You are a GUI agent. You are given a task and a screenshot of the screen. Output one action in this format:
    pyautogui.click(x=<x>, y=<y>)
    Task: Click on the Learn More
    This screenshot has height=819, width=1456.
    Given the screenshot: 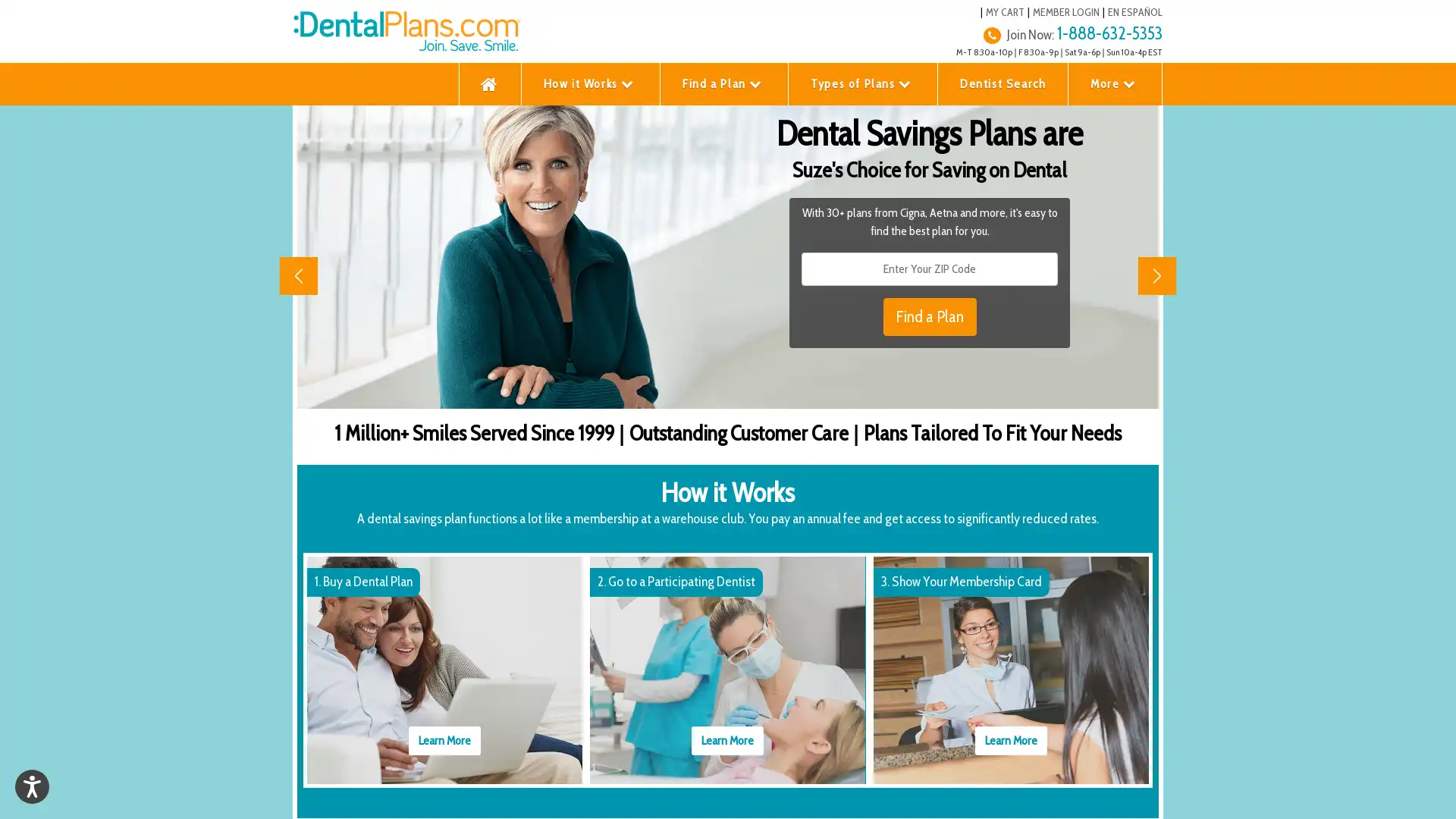 What is the action you would take?
    pyautogui.click(x=726, y=739)
    